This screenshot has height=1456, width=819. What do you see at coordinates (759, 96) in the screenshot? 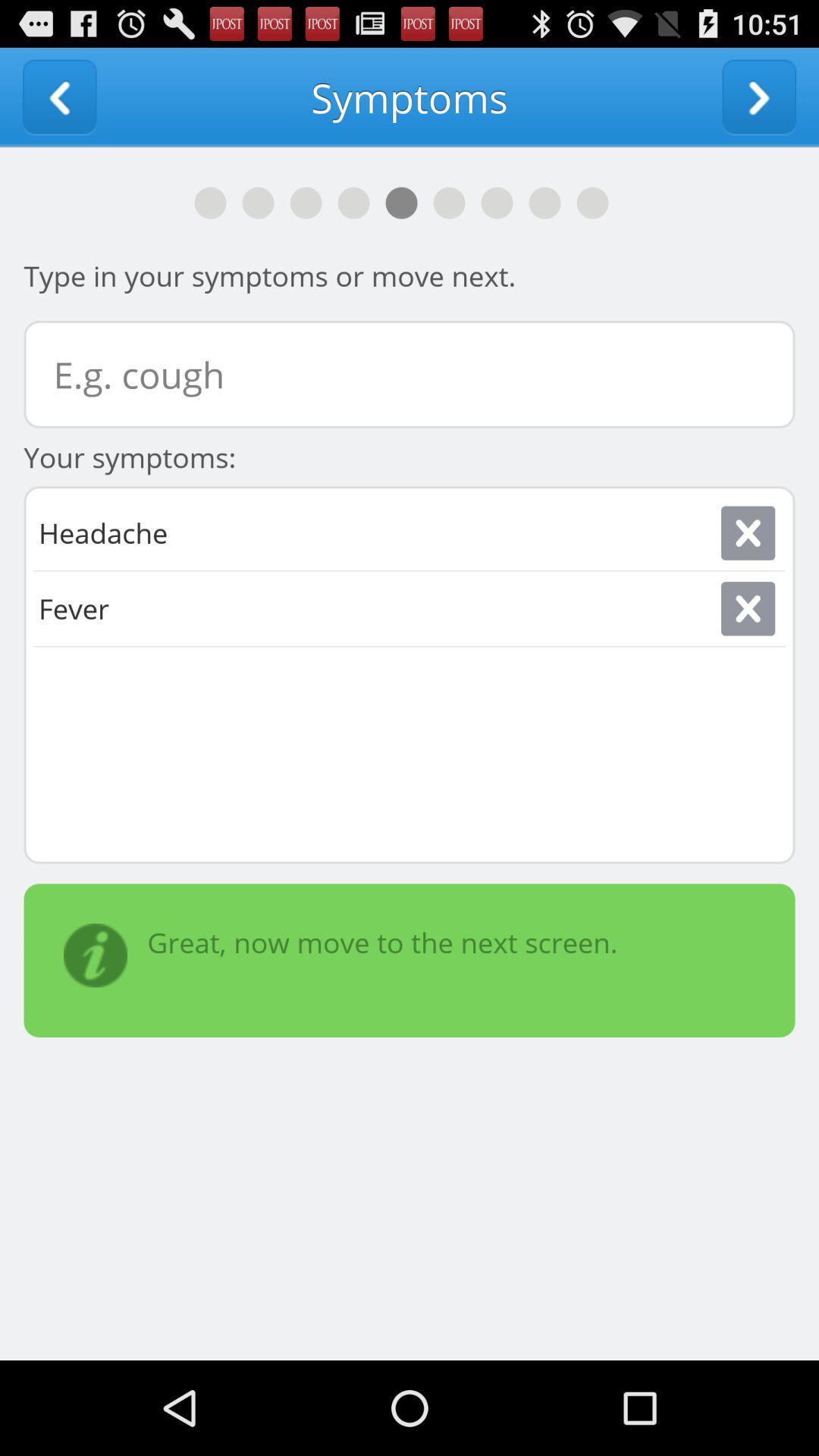
I see `next option` at bounding box center [759, 96].